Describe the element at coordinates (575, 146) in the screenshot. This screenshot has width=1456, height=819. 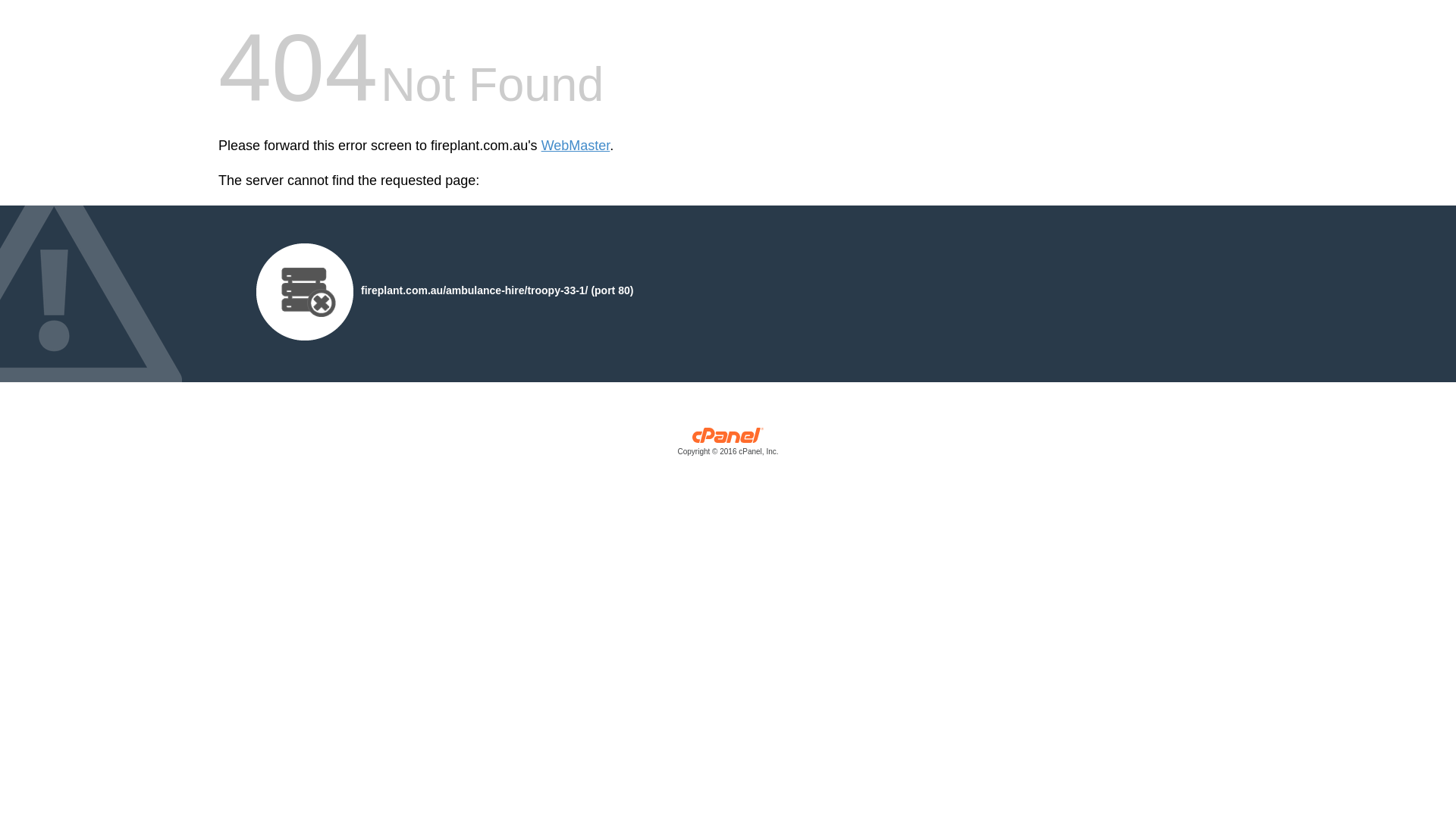
I see `'WebMaster'` at that location.